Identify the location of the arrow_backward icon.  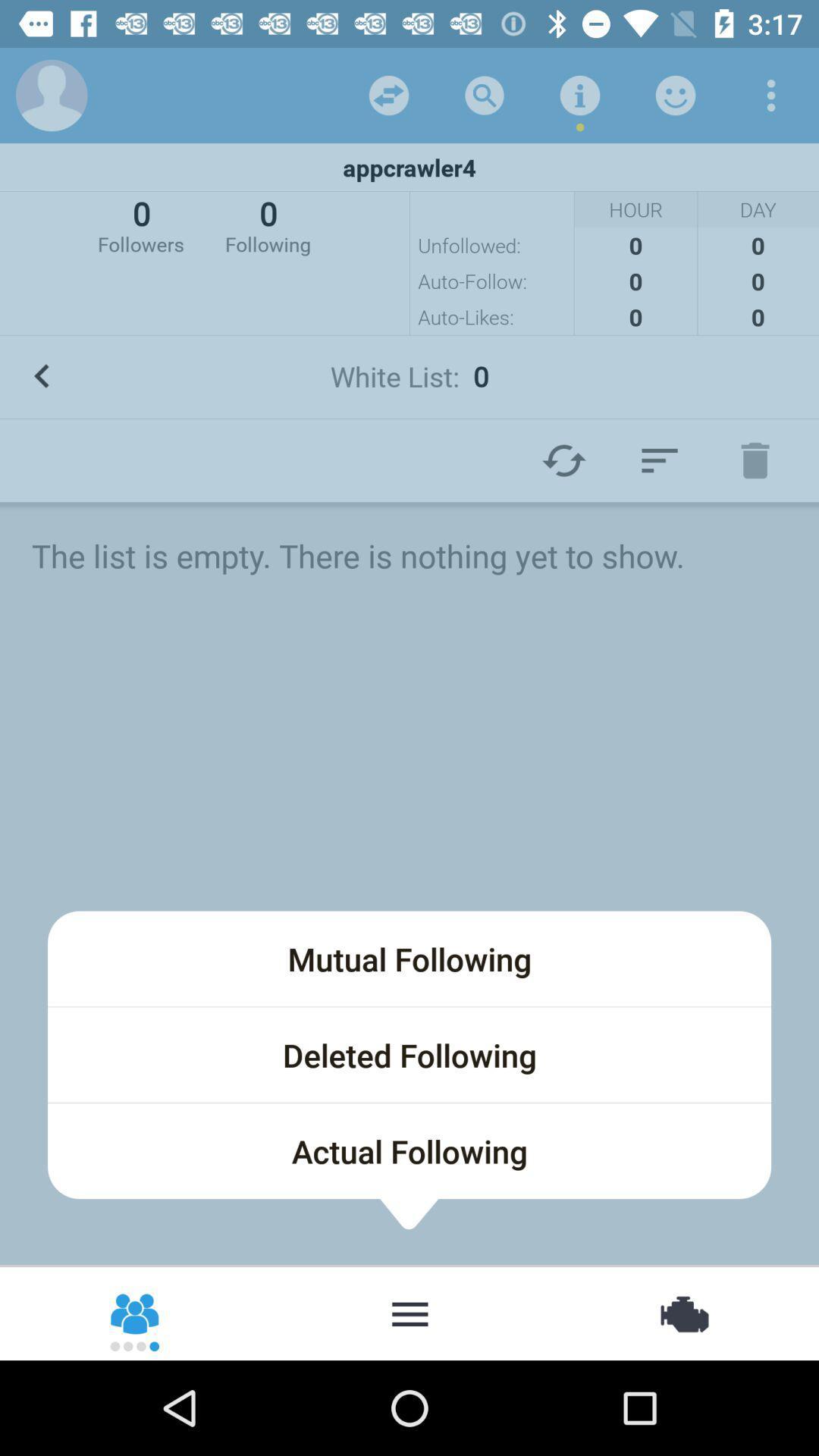
(41, 376).